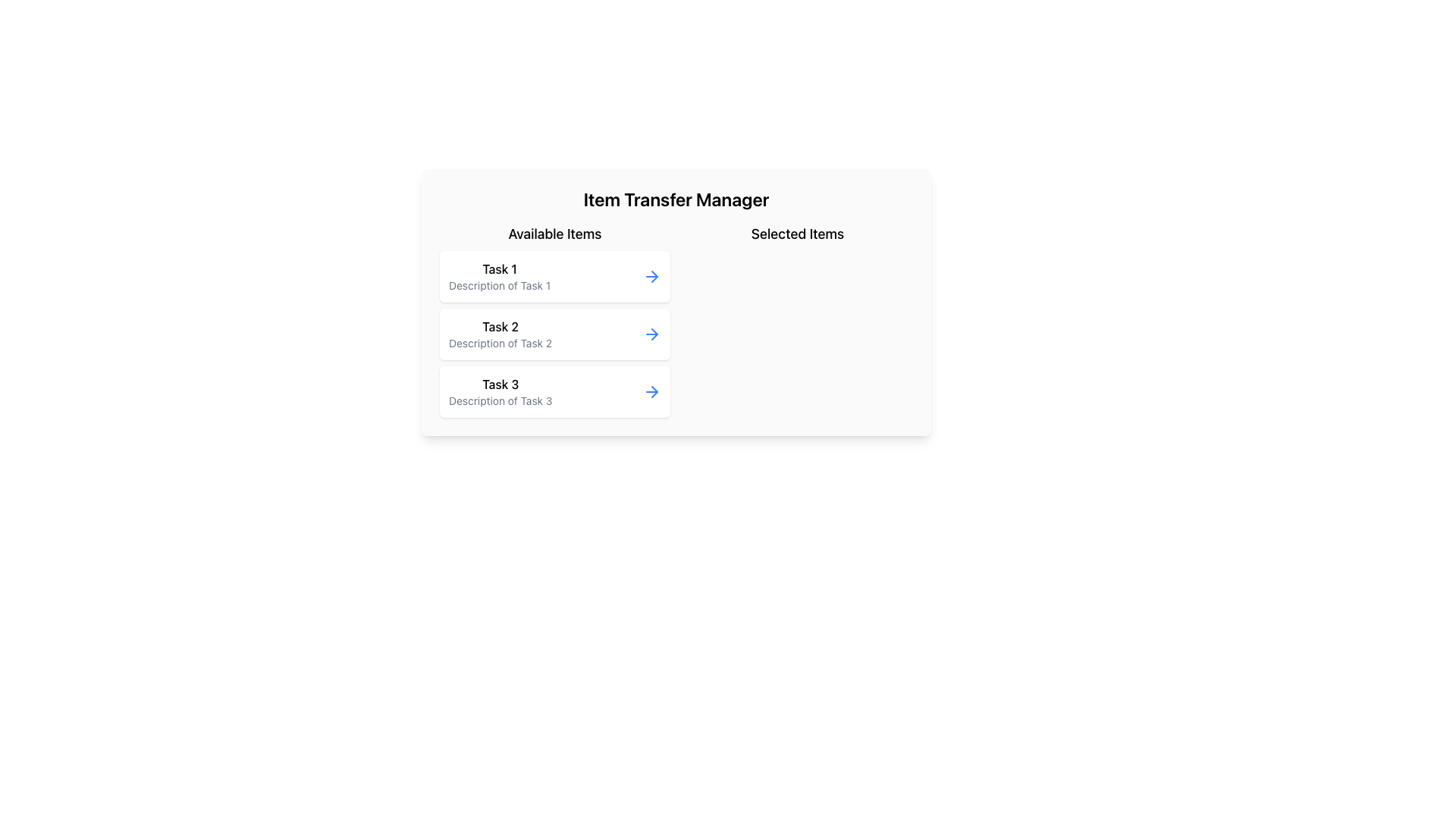 The height and width of the screenshot is (819, 1456). Describe the element at coordinates (554, 277) in the screenshot. I see `the first task entry in the 'Available Items' list` at that location.